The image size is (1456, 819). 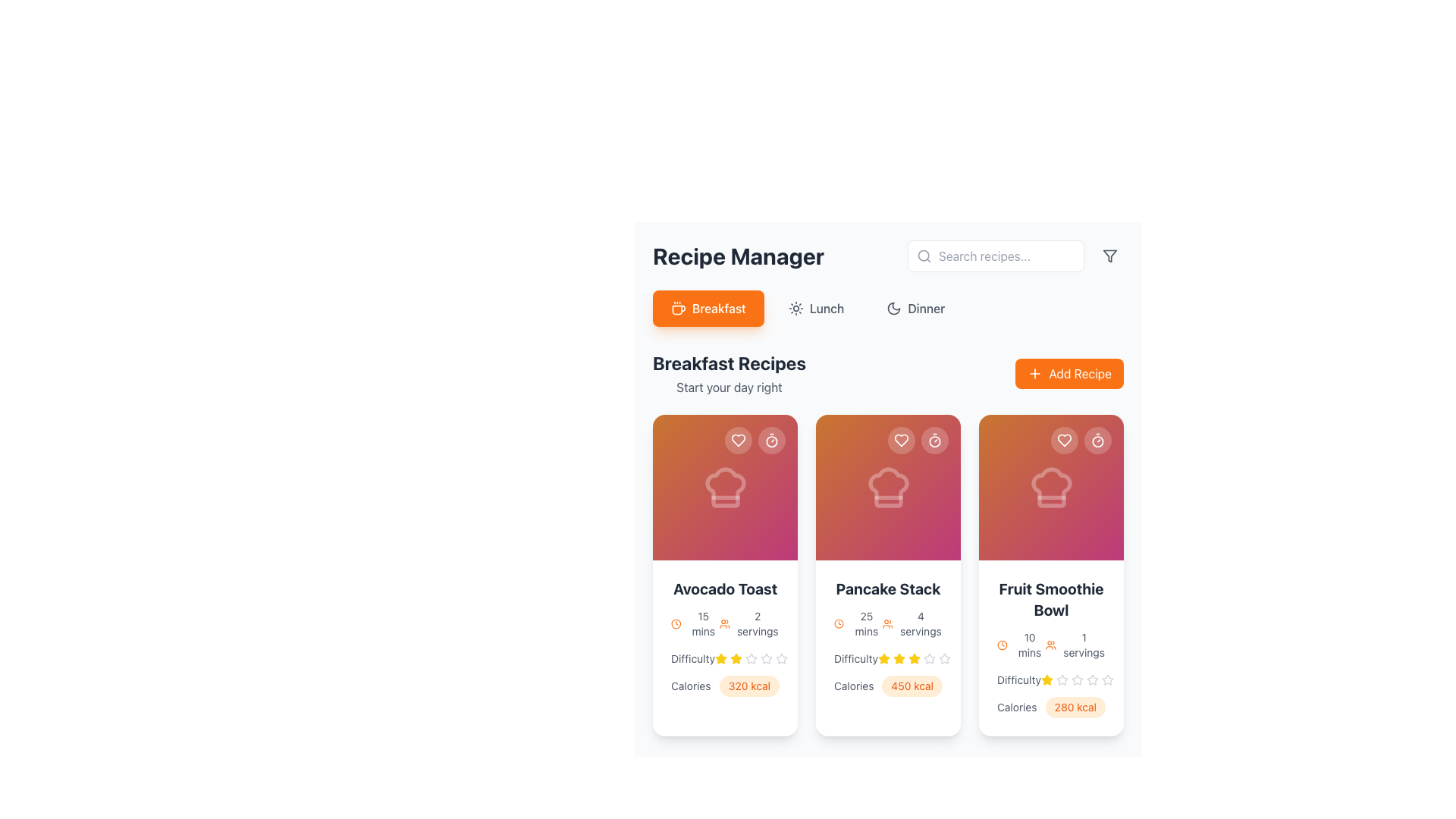 I want to click on the nutritional information display label for the 'Fruit Smoothie Bowl' recipe, which shows the calorie count and is positioned below the 'Difficulty' rating and under the text 'Calories', so click(x=1050, y=695).